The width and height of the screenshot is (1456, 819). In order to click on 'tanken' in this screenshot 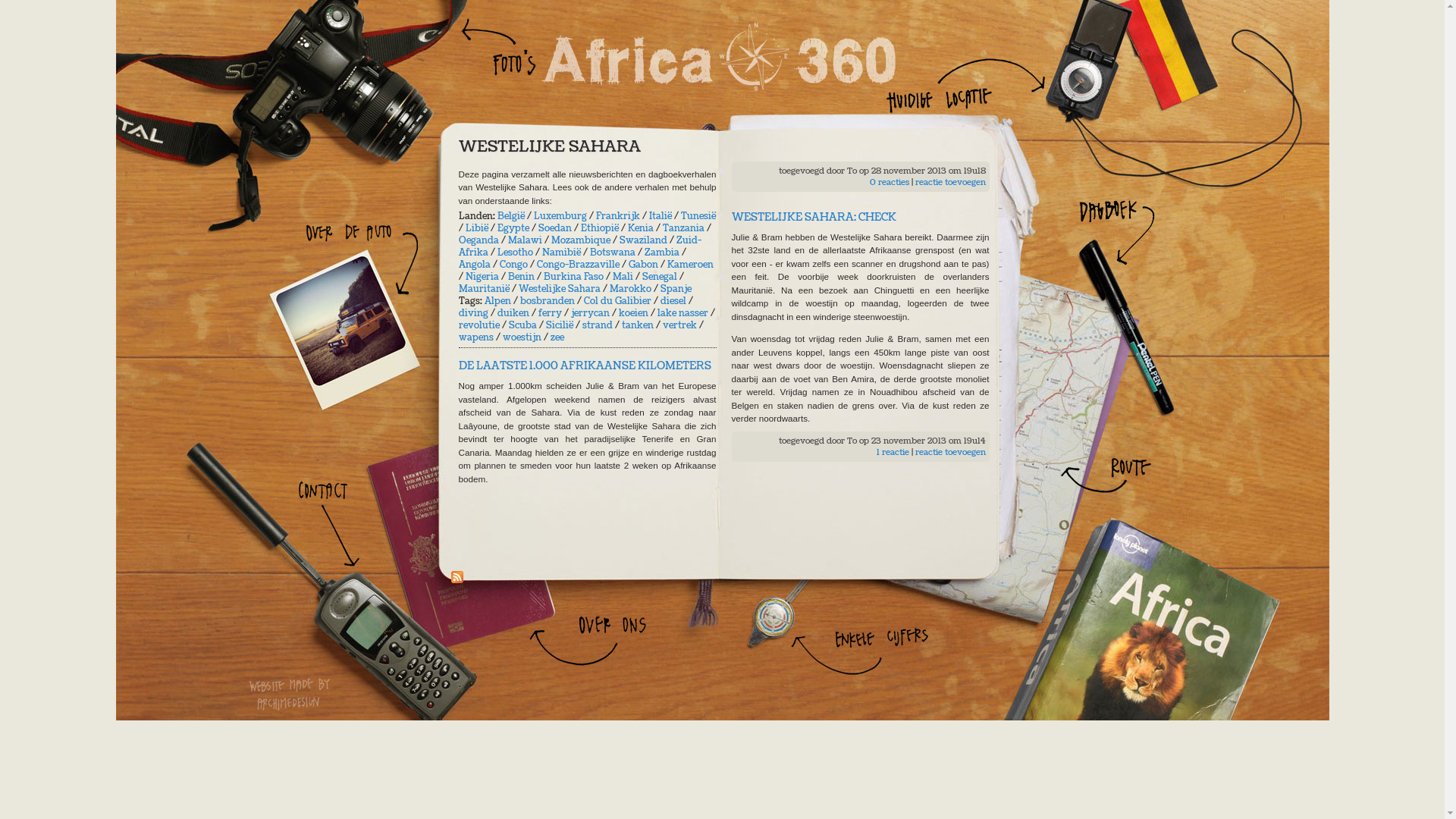, I will do `click(637, 324)`.